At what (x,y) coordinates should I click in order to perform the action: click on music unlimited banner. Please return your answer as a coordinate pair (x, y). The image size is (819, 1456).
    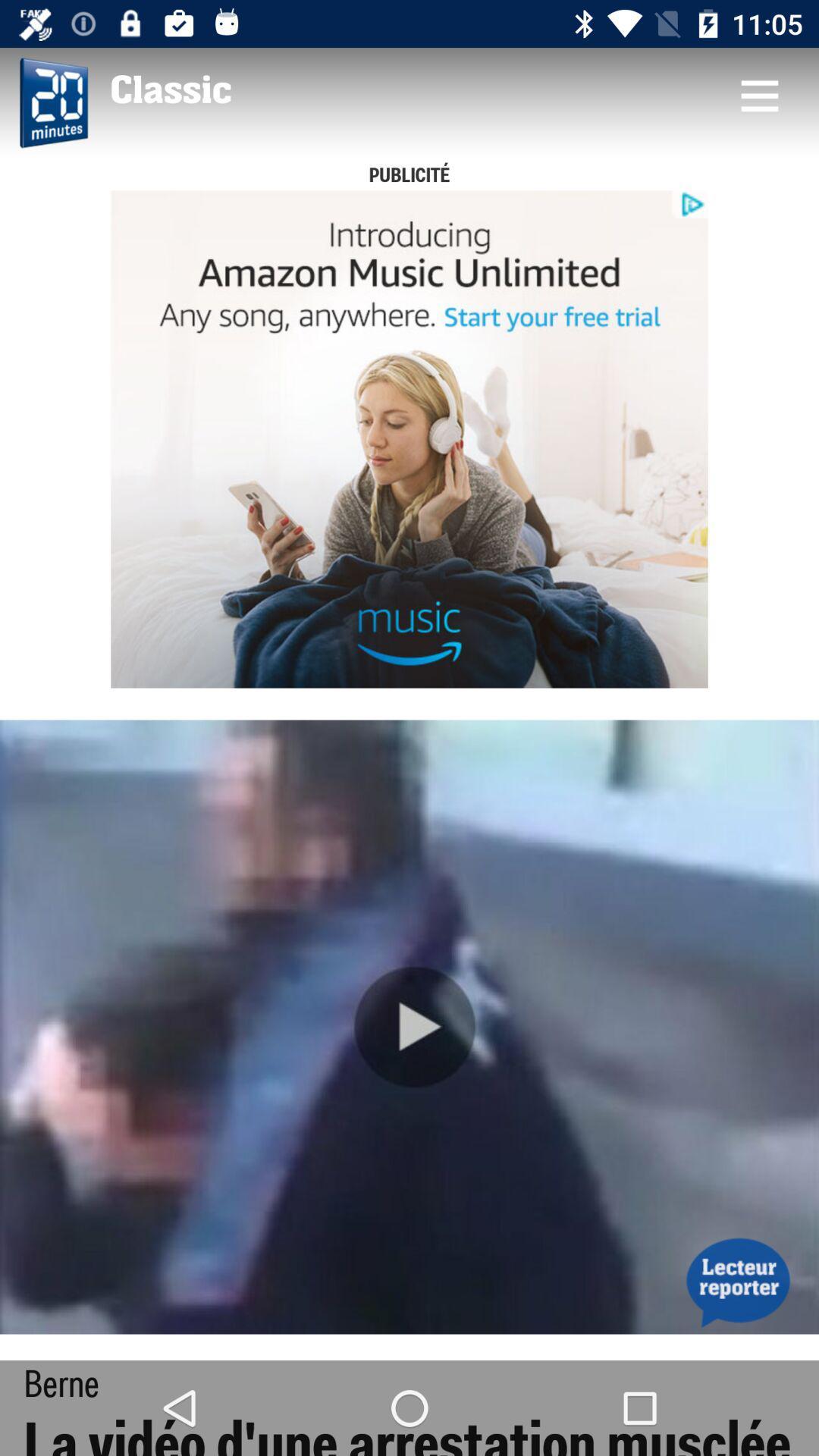
    Looking at the image, I should click on (409, 438).